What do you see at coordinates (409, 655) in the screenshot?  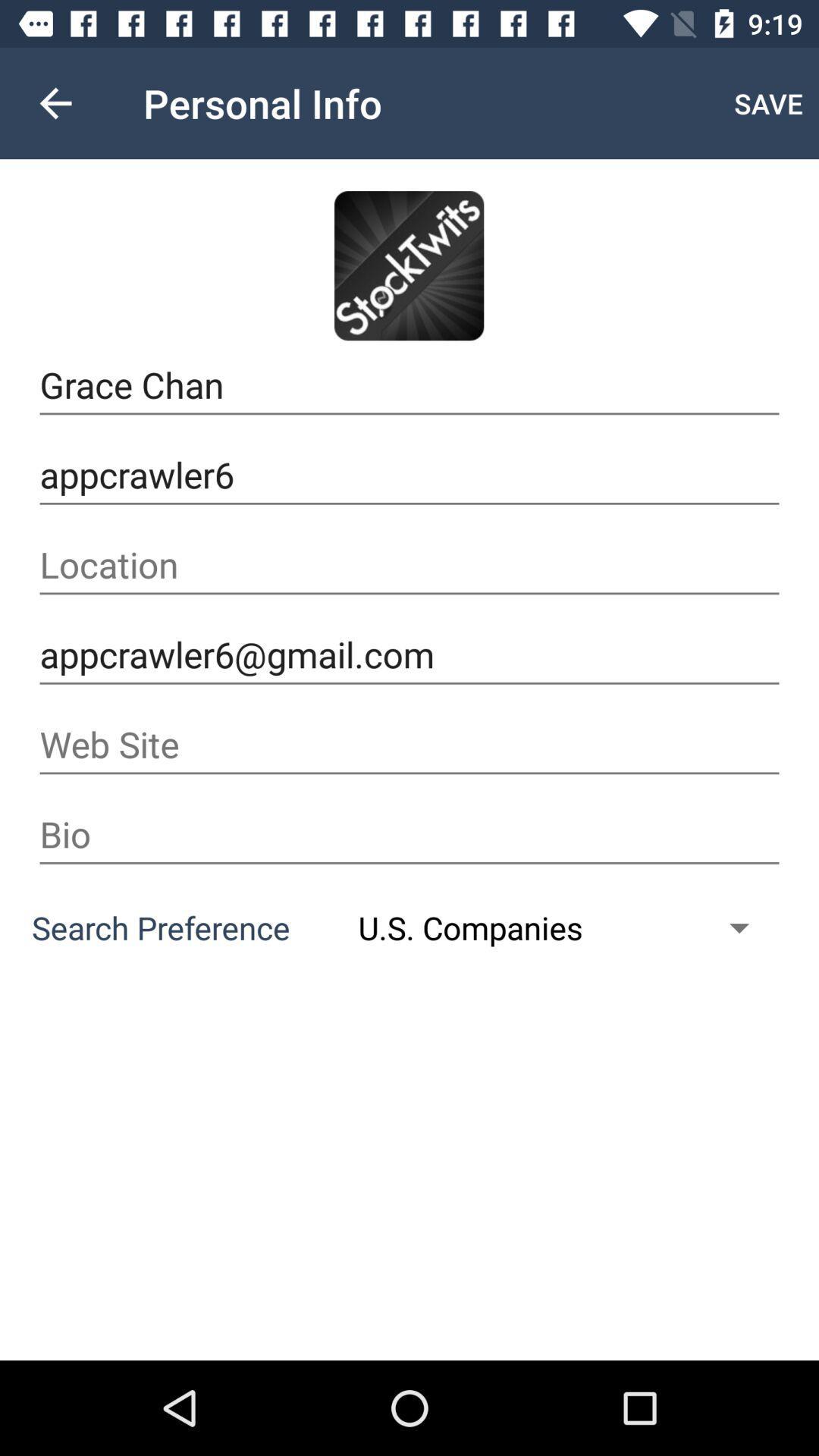 I see `appcrawler6@gmail.com` at bounding box center [409, 655].